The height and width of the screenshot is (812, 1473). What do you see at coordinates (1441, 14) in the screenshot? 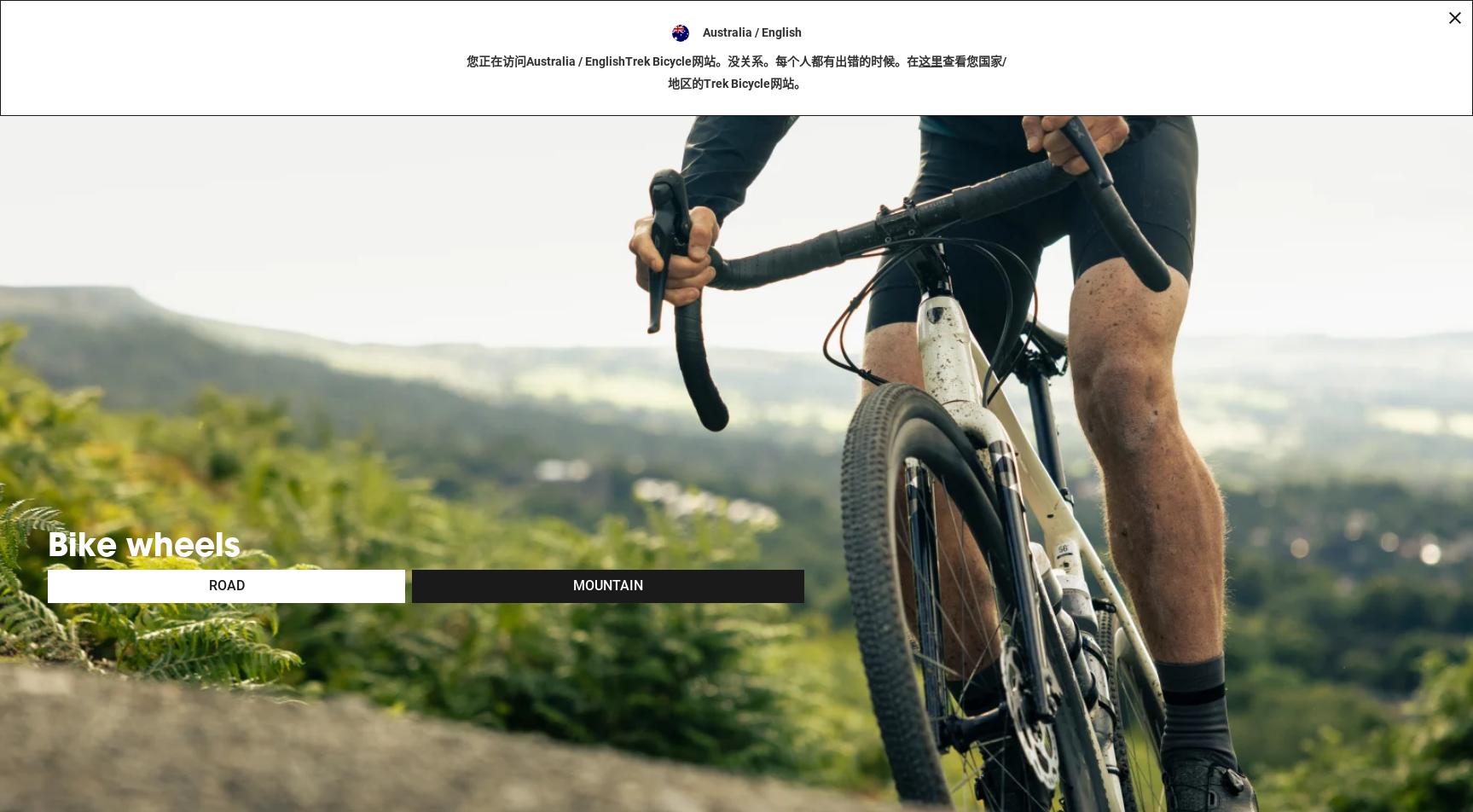
I see `'shopping_cart'` at bounding box center [1441, 14].